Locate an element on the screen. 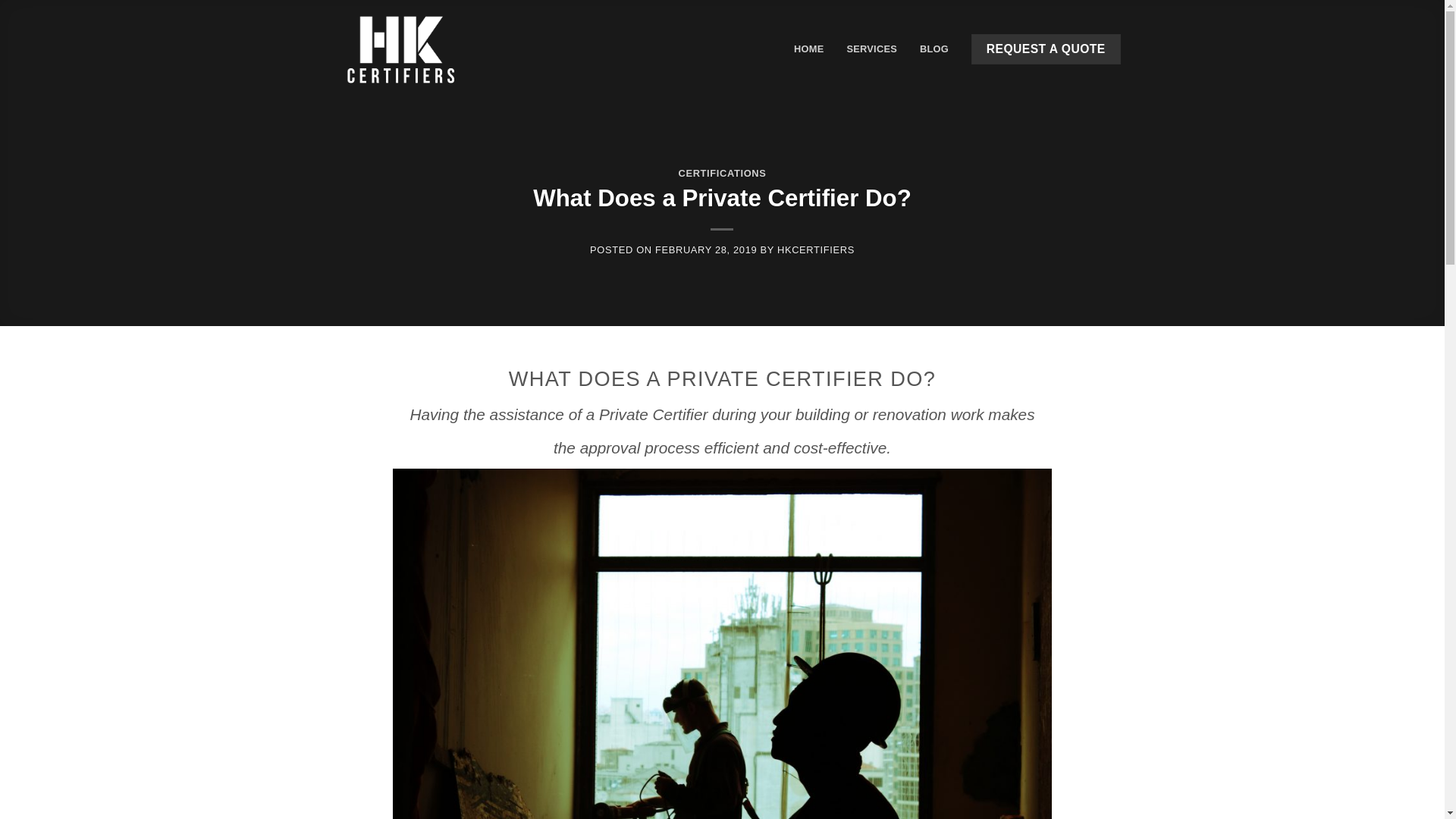 This screenshot has height=819, width=1456. 'REQUEST A QUOTE' is located at coordinates (1044, 49).